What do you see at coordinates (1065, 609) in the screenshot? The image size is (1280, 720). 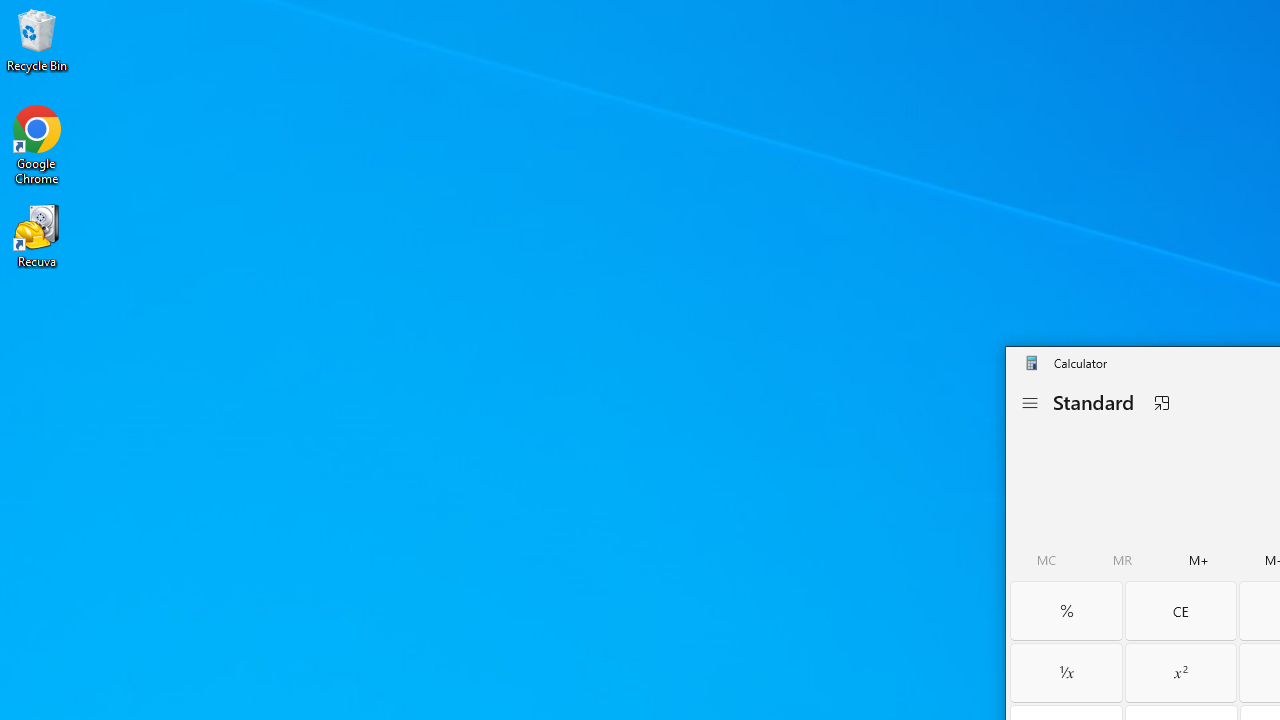 I see `'Percent'` at bounding box center [1065, 609].